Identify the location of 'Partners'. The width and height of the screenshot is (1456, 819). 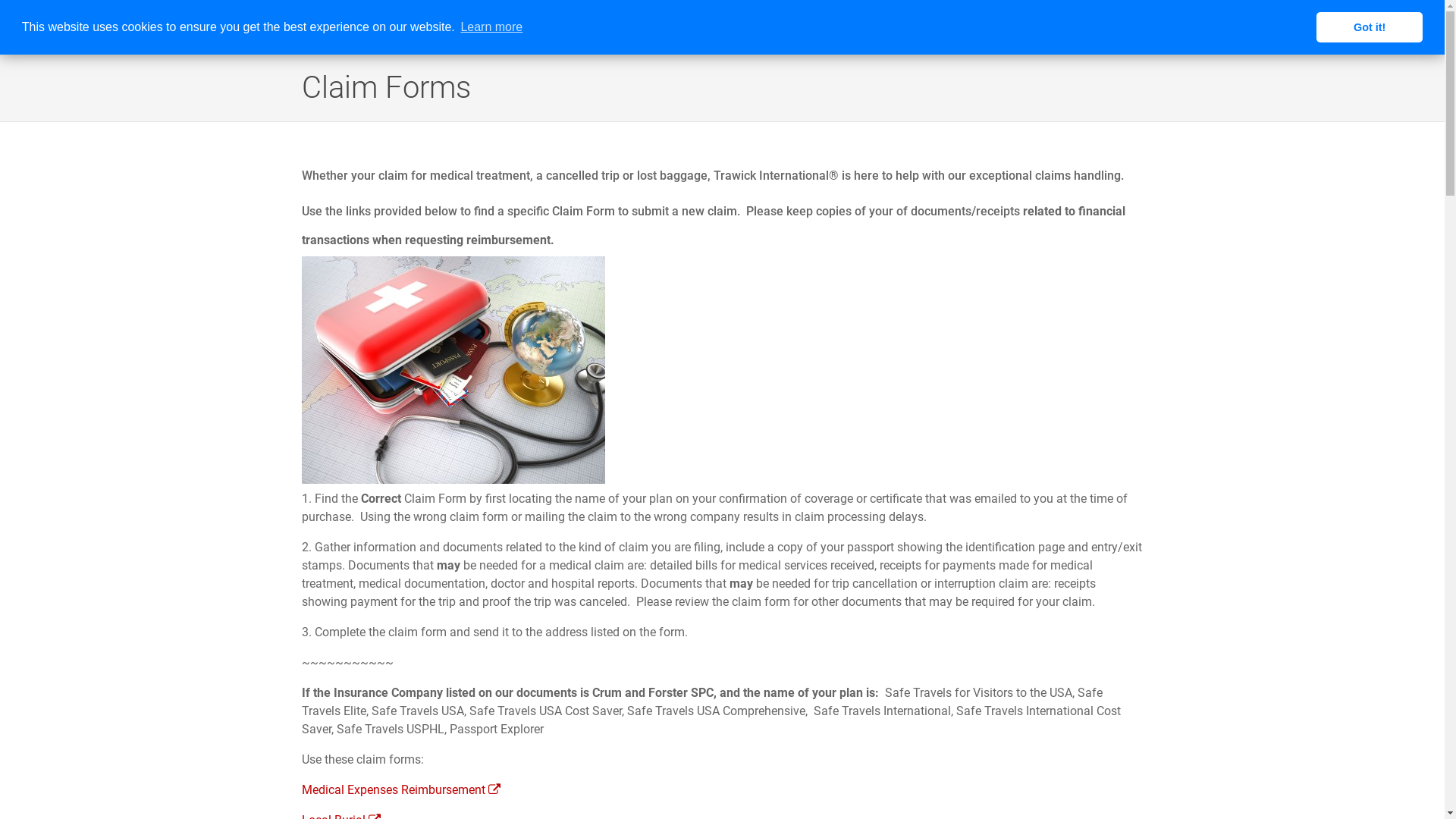
(1119, 27).